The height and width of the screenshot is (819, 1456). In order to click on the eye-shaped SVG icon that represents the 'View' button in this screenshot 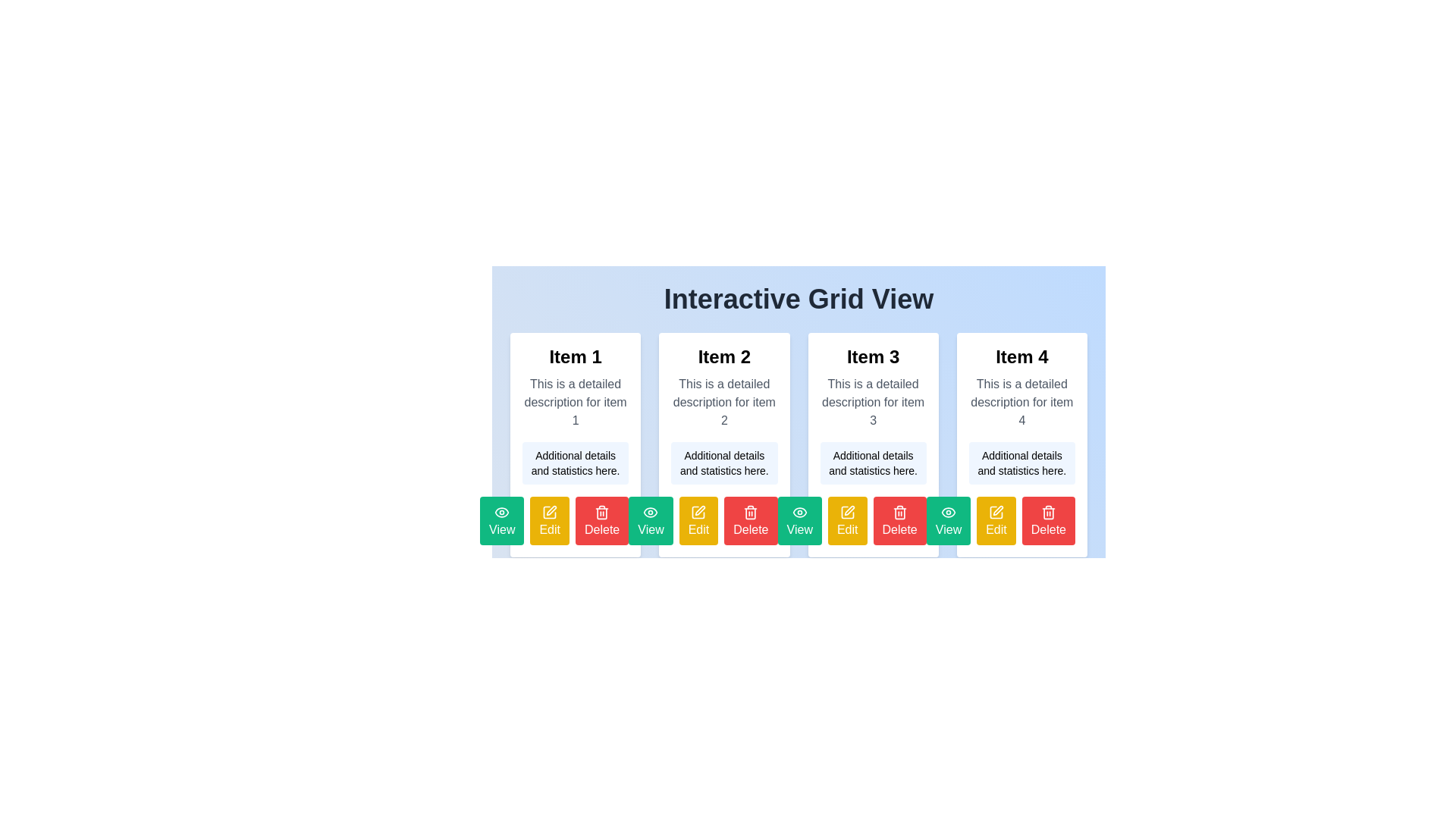, I will do `click(651, 512)`.